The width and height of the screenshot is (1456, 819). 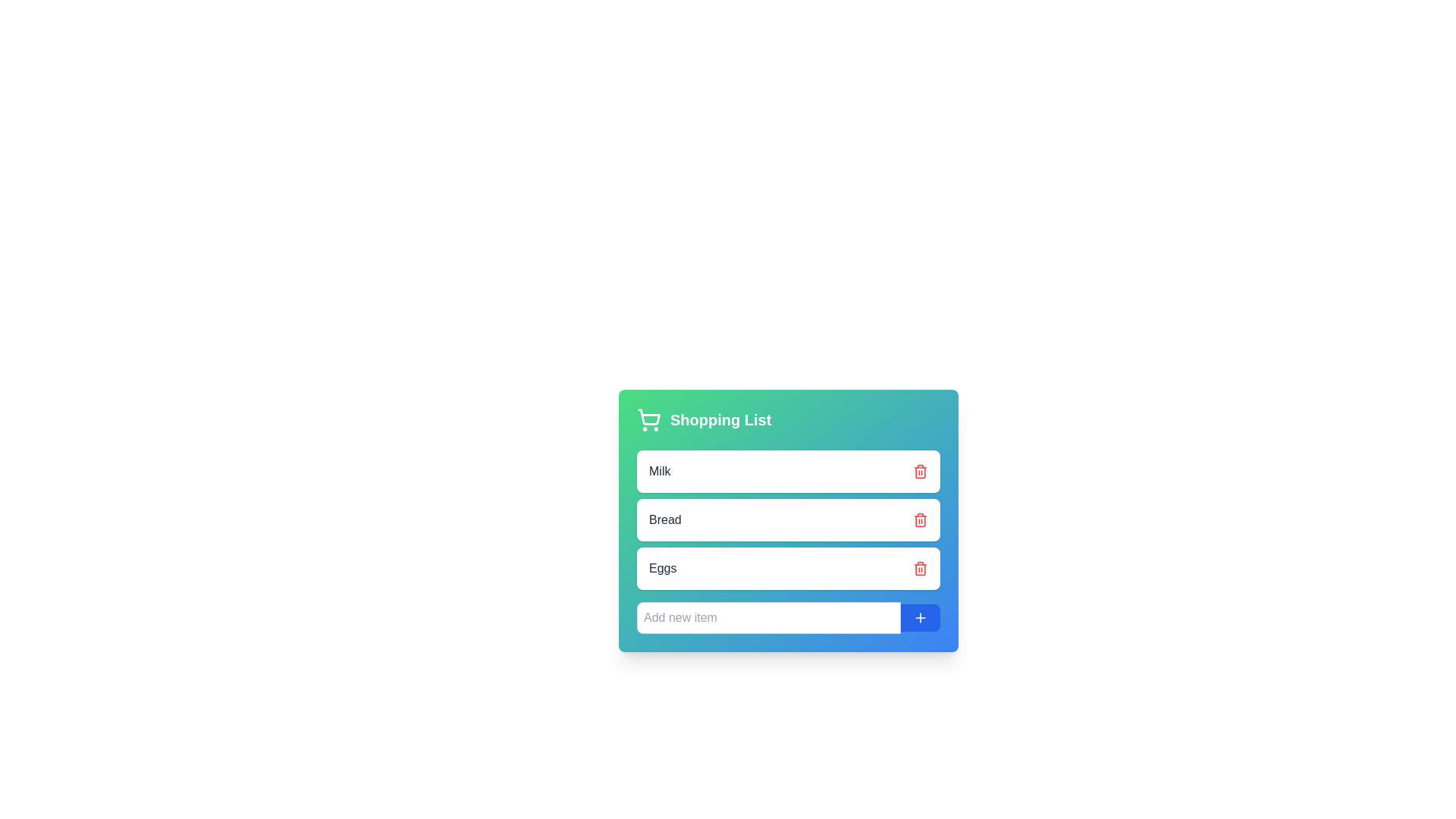 I want to click on the 'Bread' list item, which is the second item in the shopping list interface, for reordering within the list, so click(x=789, y=519).